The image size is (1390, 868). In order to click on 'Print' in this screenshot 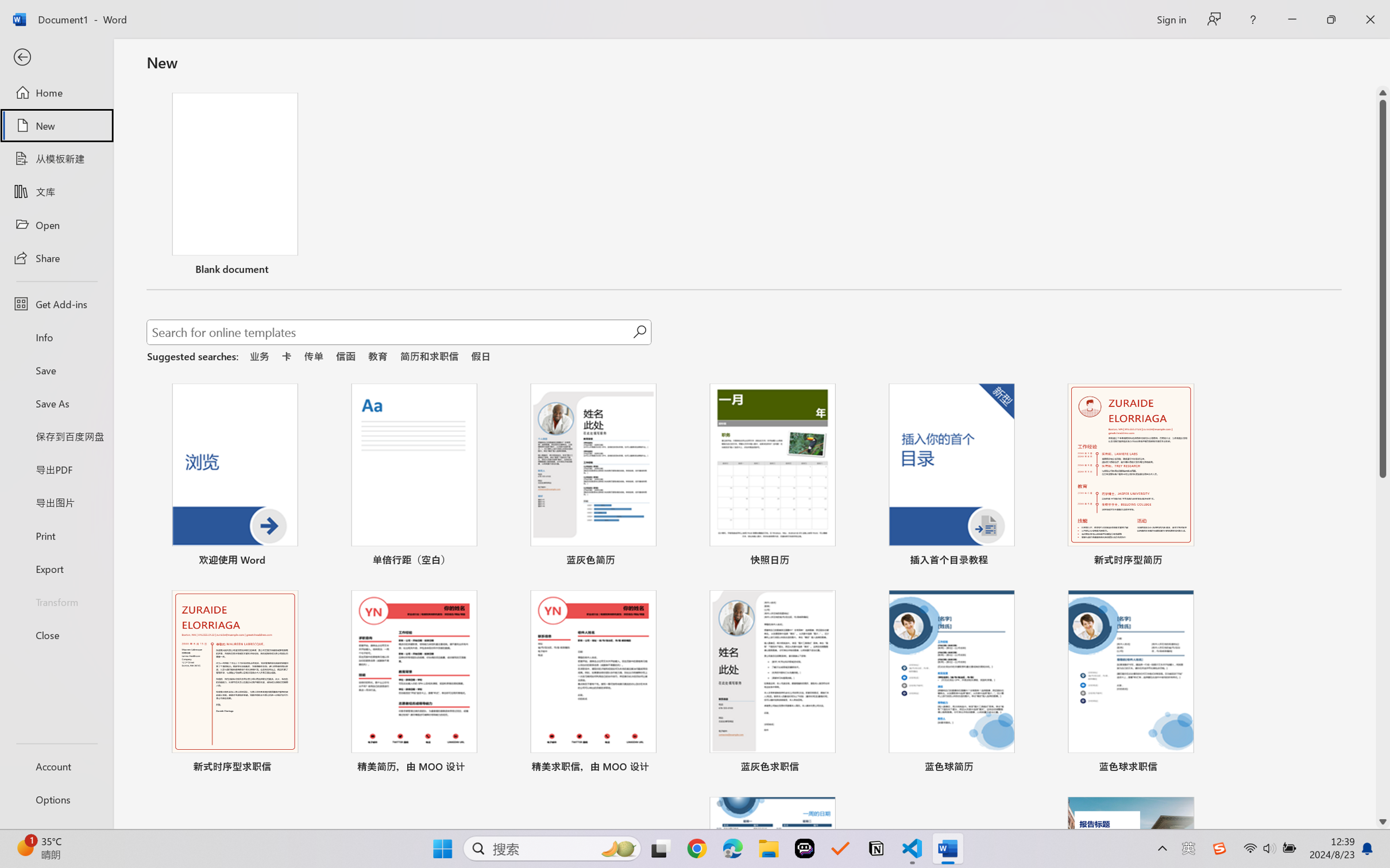, I will do `click(56, 536)`.